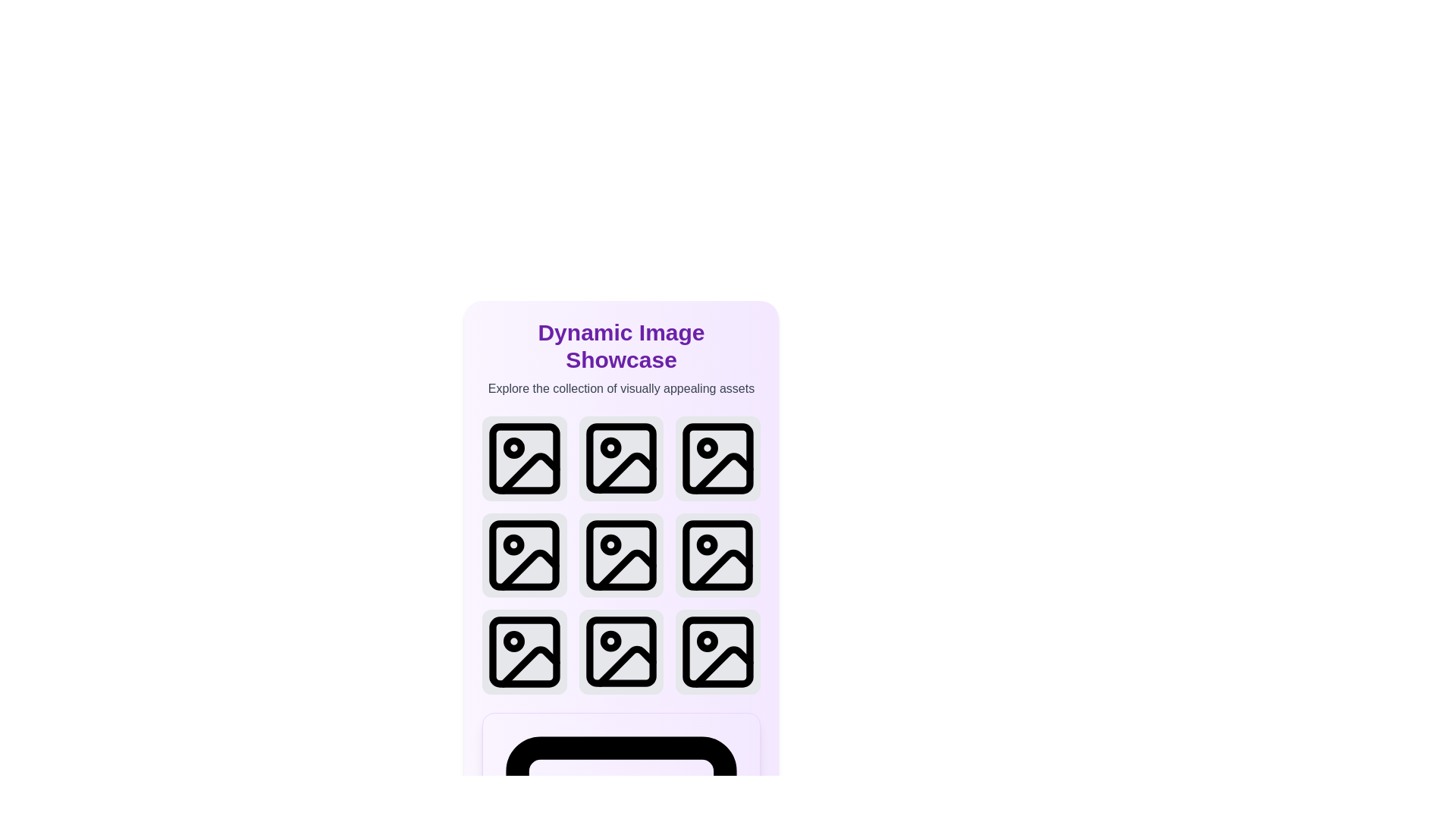  I want to click on the grid cell containing the image placeholder in the visual gallery, so click(621, 555).